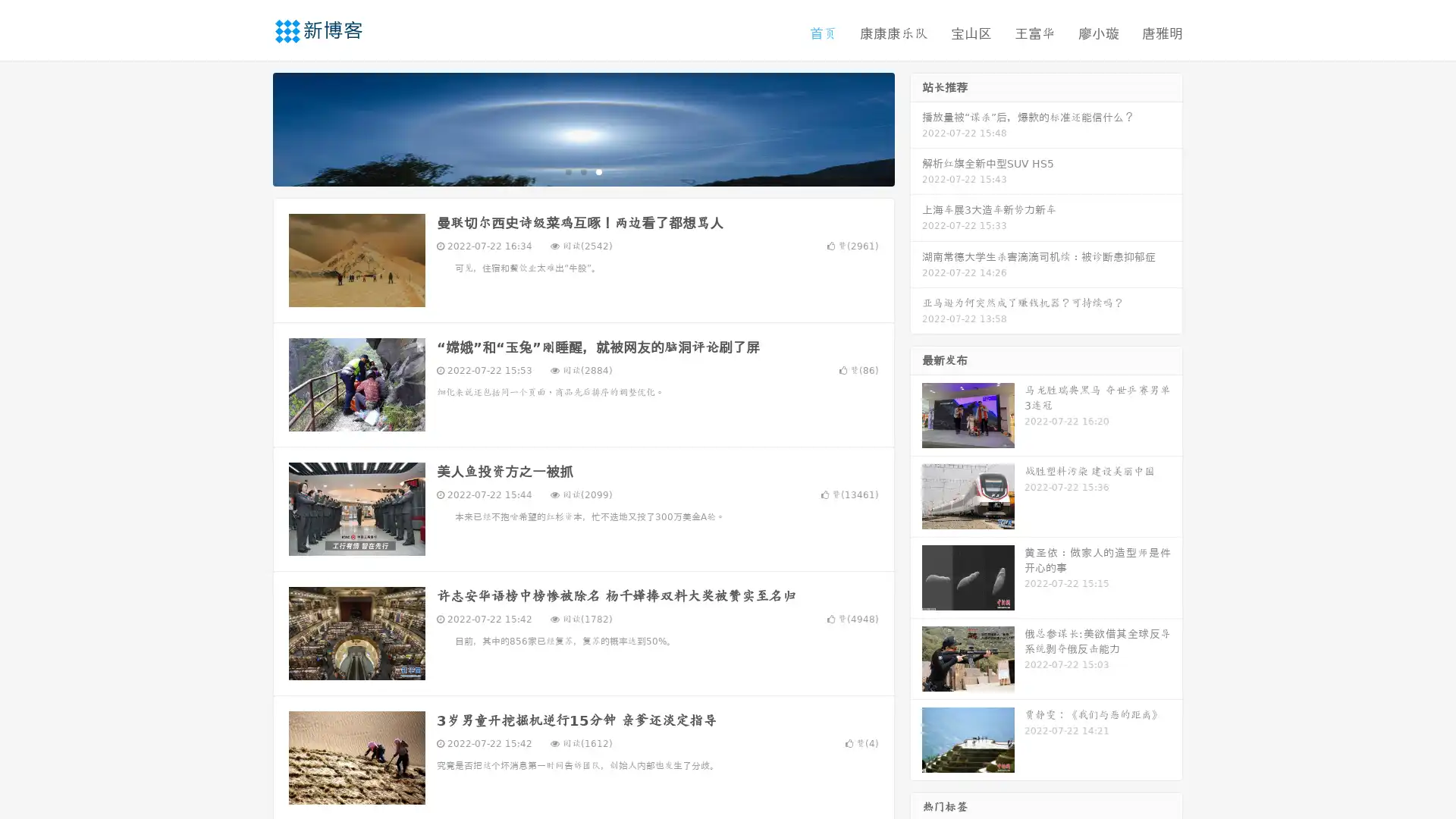  I want to click on Next slide, so click(916, 127).